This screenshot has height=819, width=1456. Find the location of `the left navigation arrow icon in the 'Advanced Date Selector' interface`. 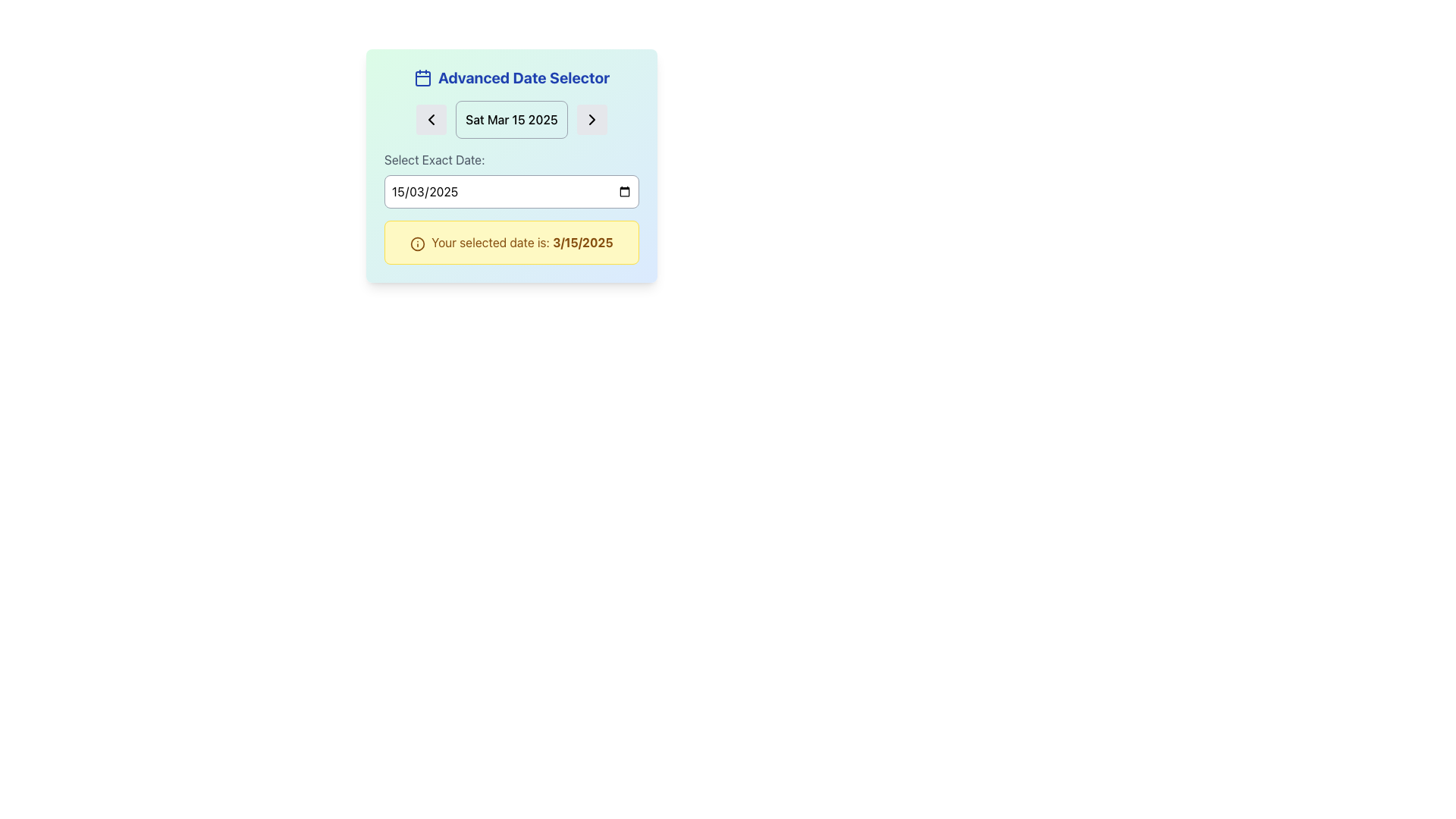

the left navigation arrow icon in the 'Advanced Date Selector' interface is located at coordinates (431, 119).